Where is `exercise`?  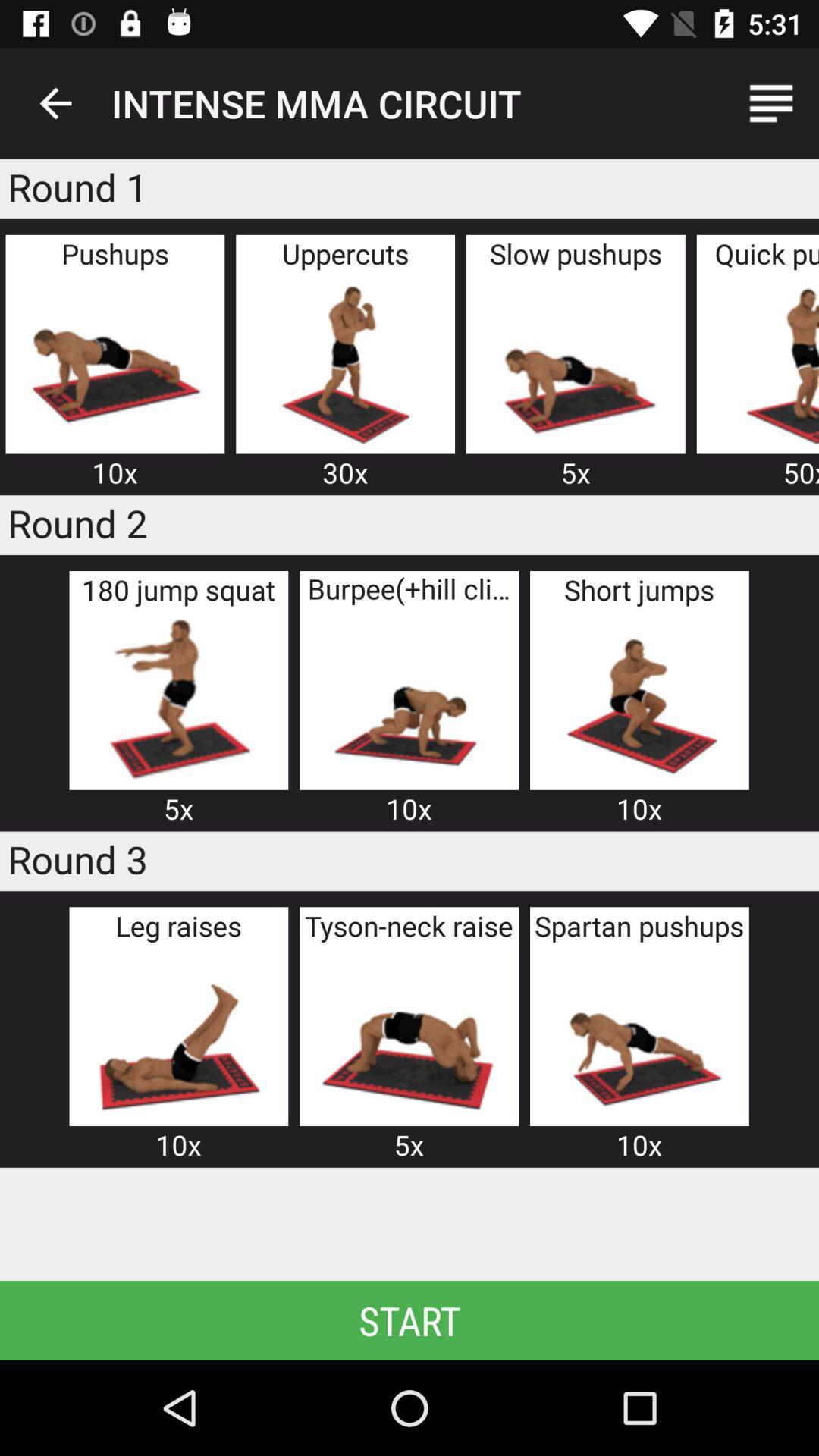
exercise is located at coordinates (639, 1034).